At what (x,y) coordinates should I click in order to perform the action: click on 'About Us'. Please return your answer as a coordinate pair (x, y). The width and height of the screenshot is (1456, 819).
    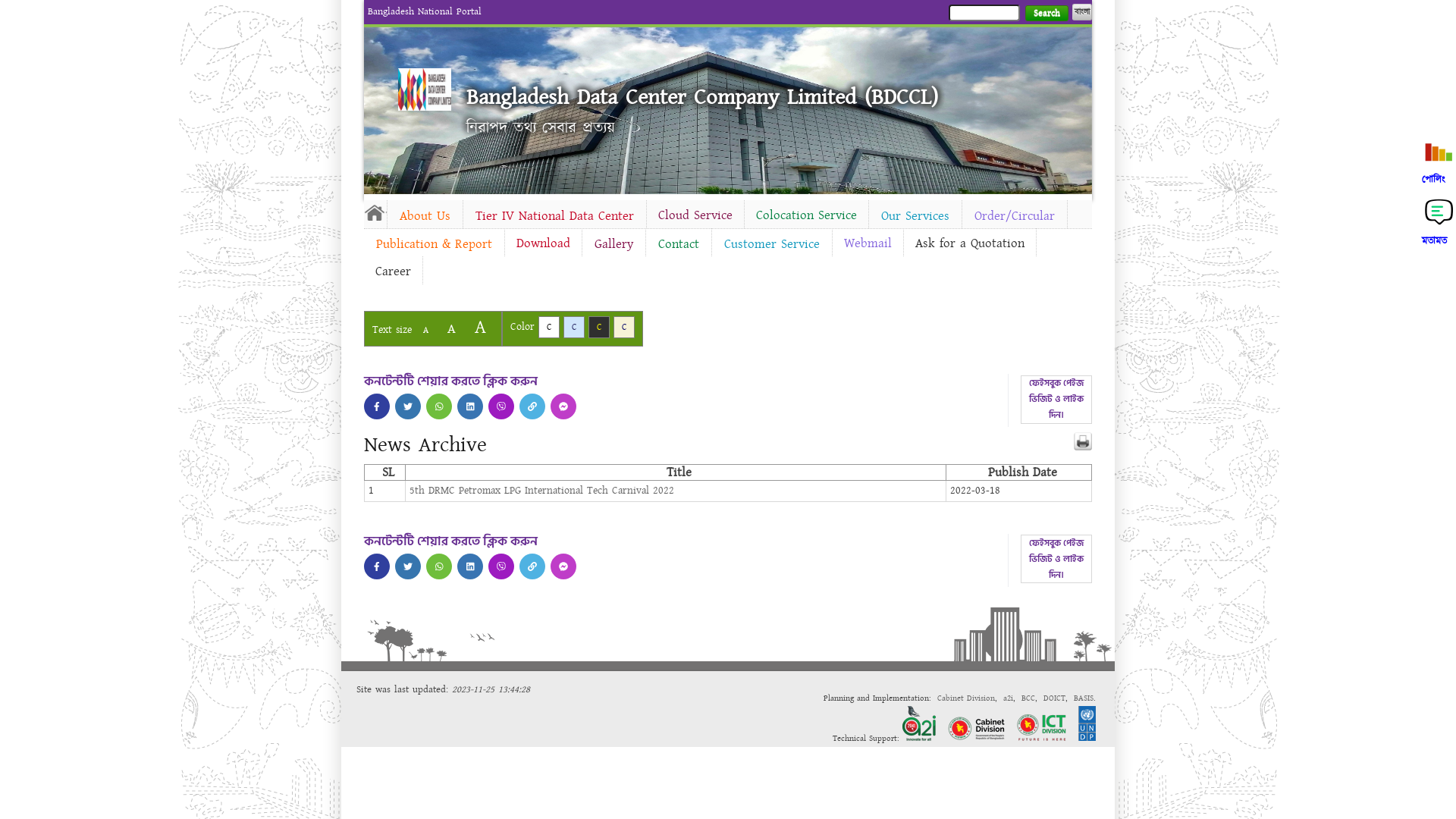
    Looking at the image, I should click on (425, 216).